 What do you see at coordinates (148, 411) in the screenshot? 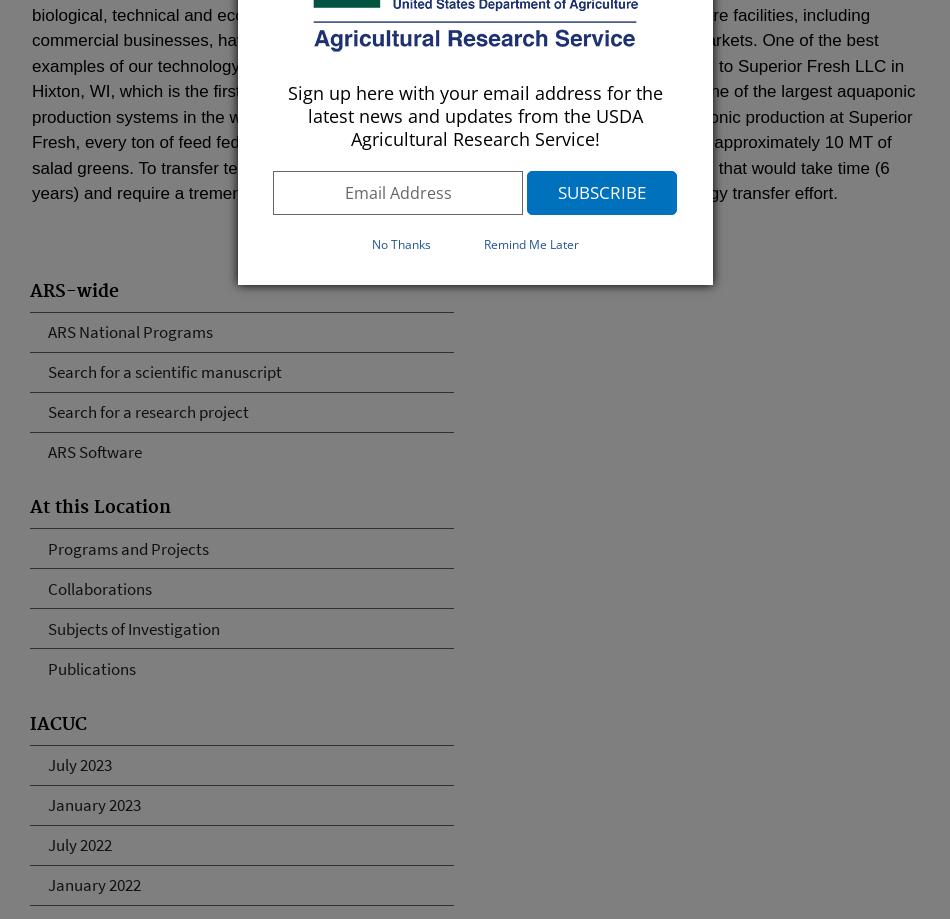
I see `'Search for a research project'` at bounding box center [148, 411].